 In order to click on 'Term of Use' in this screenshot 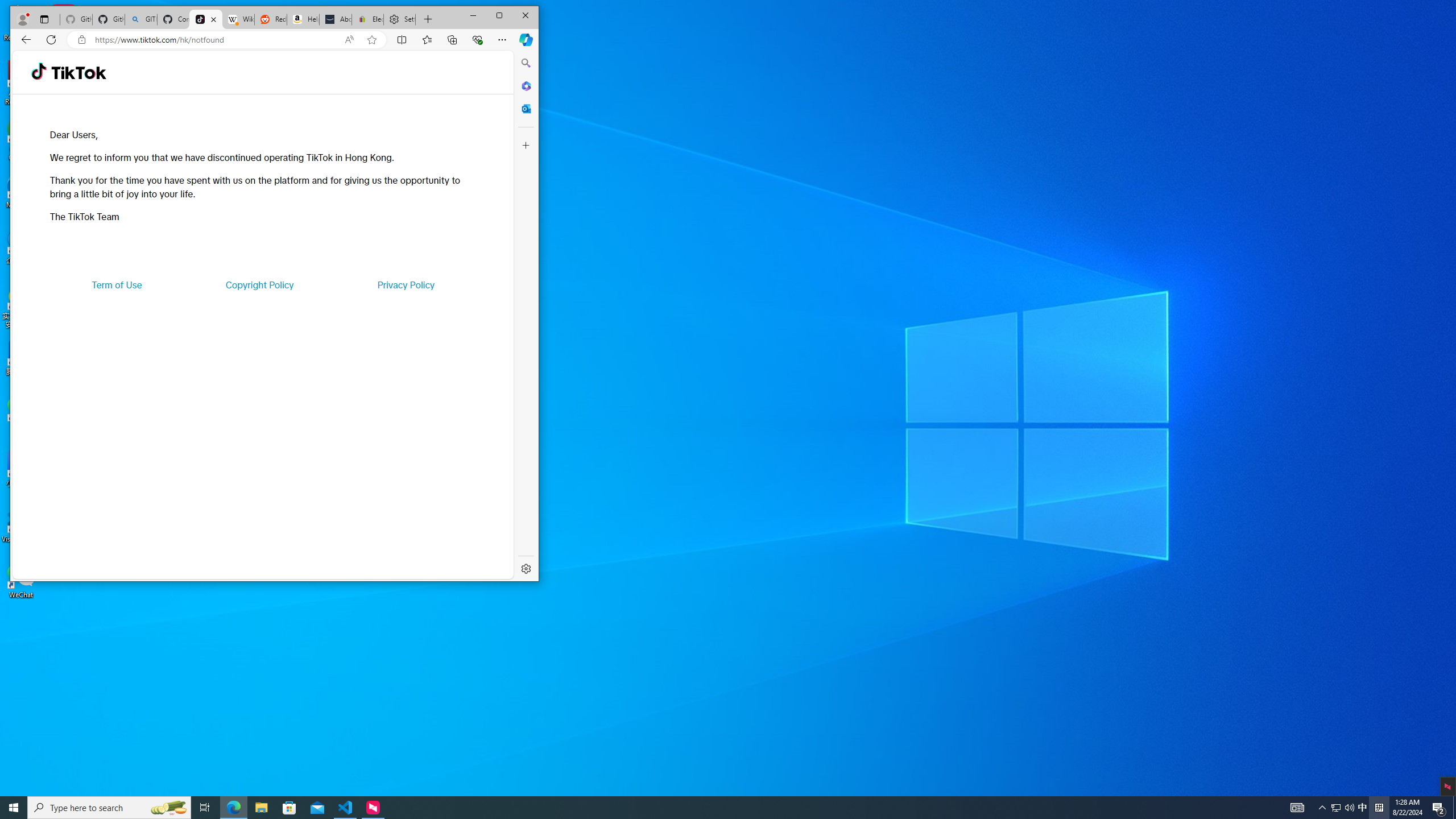, I will do `click(117, 285)`.